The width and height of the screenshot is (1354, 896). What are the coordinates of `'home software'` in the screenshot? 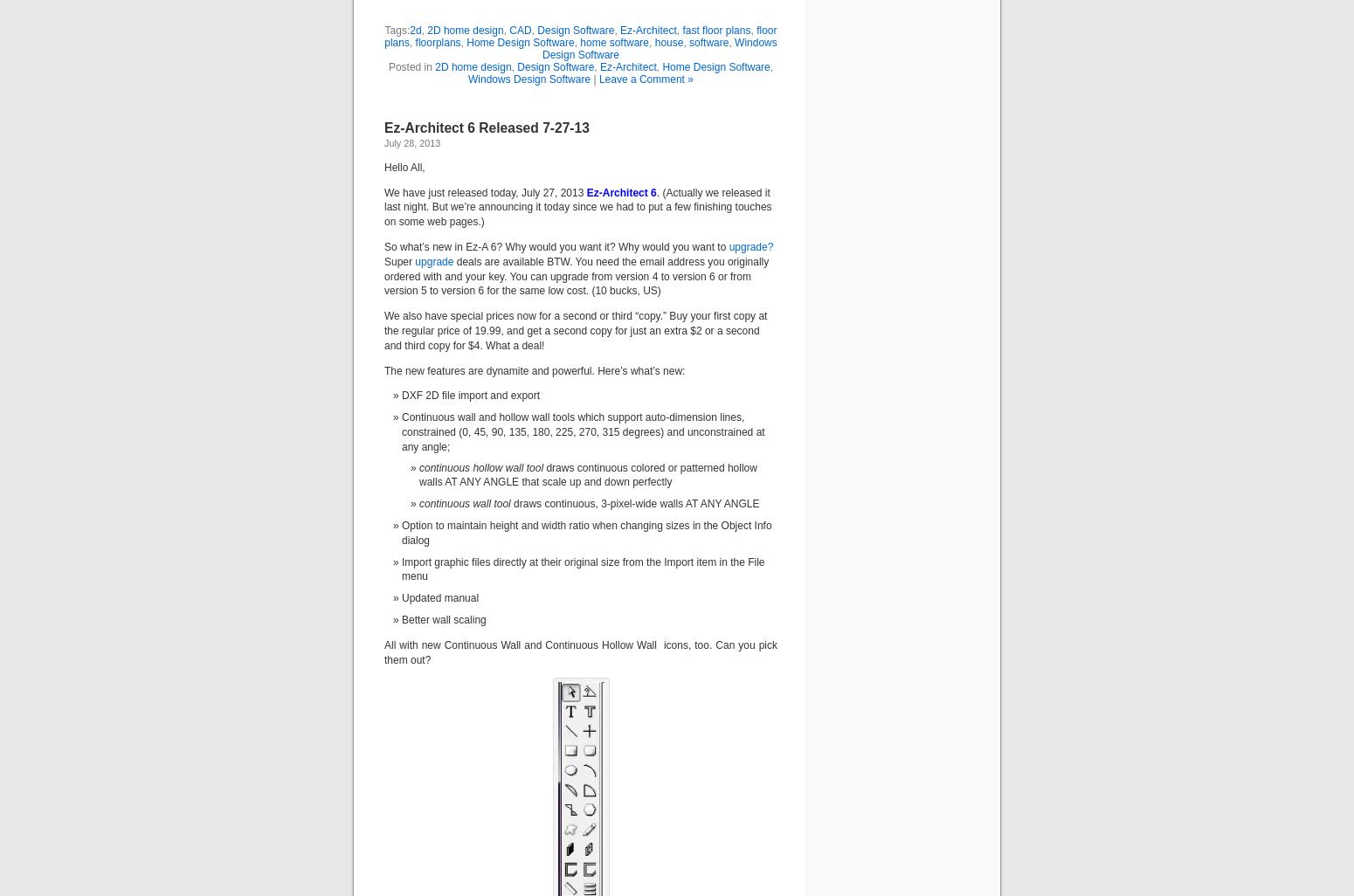 It's located at (614, 42).